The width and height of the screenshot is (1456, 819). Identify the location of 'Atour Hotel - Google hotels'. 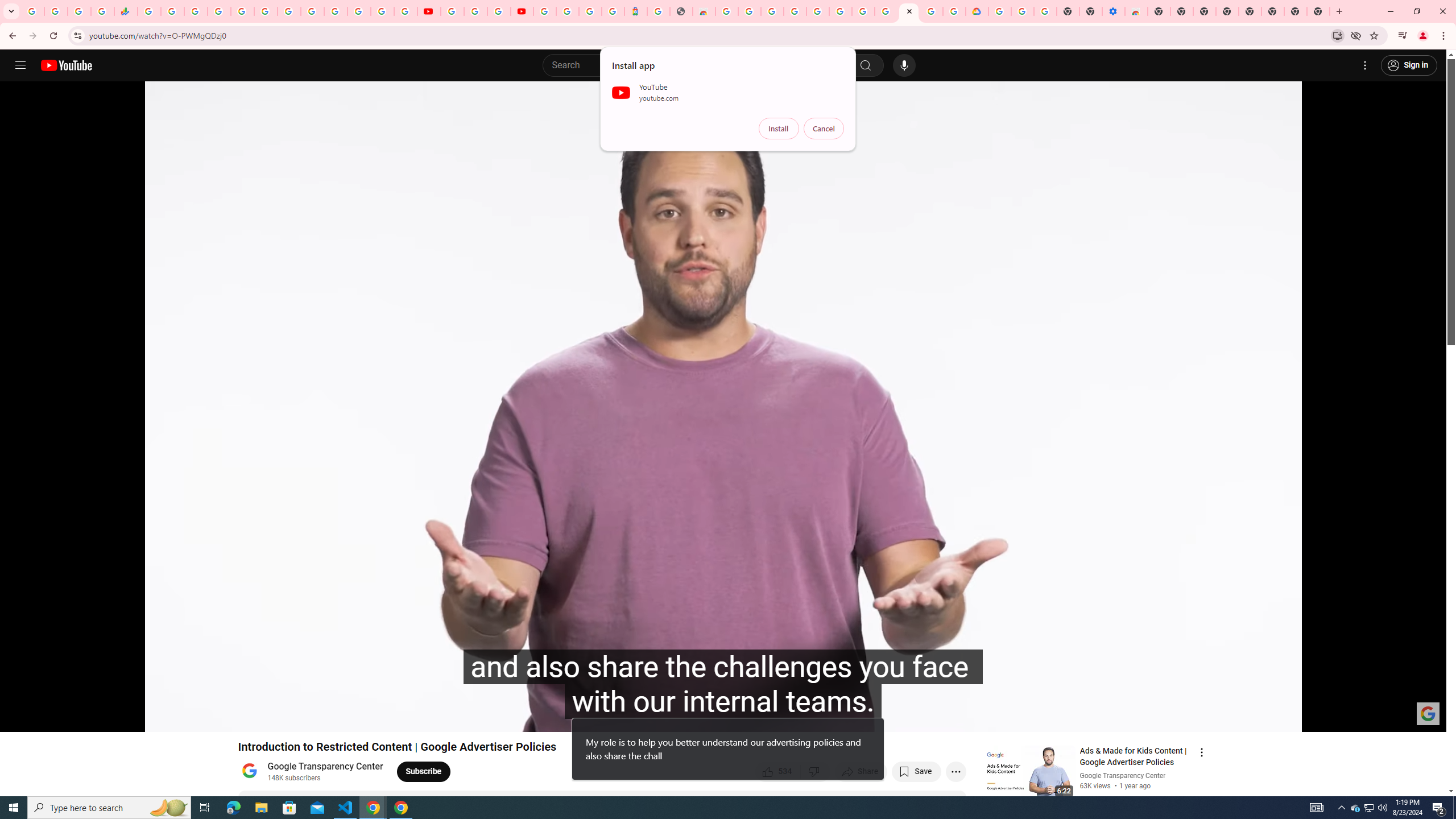
(635, 11).